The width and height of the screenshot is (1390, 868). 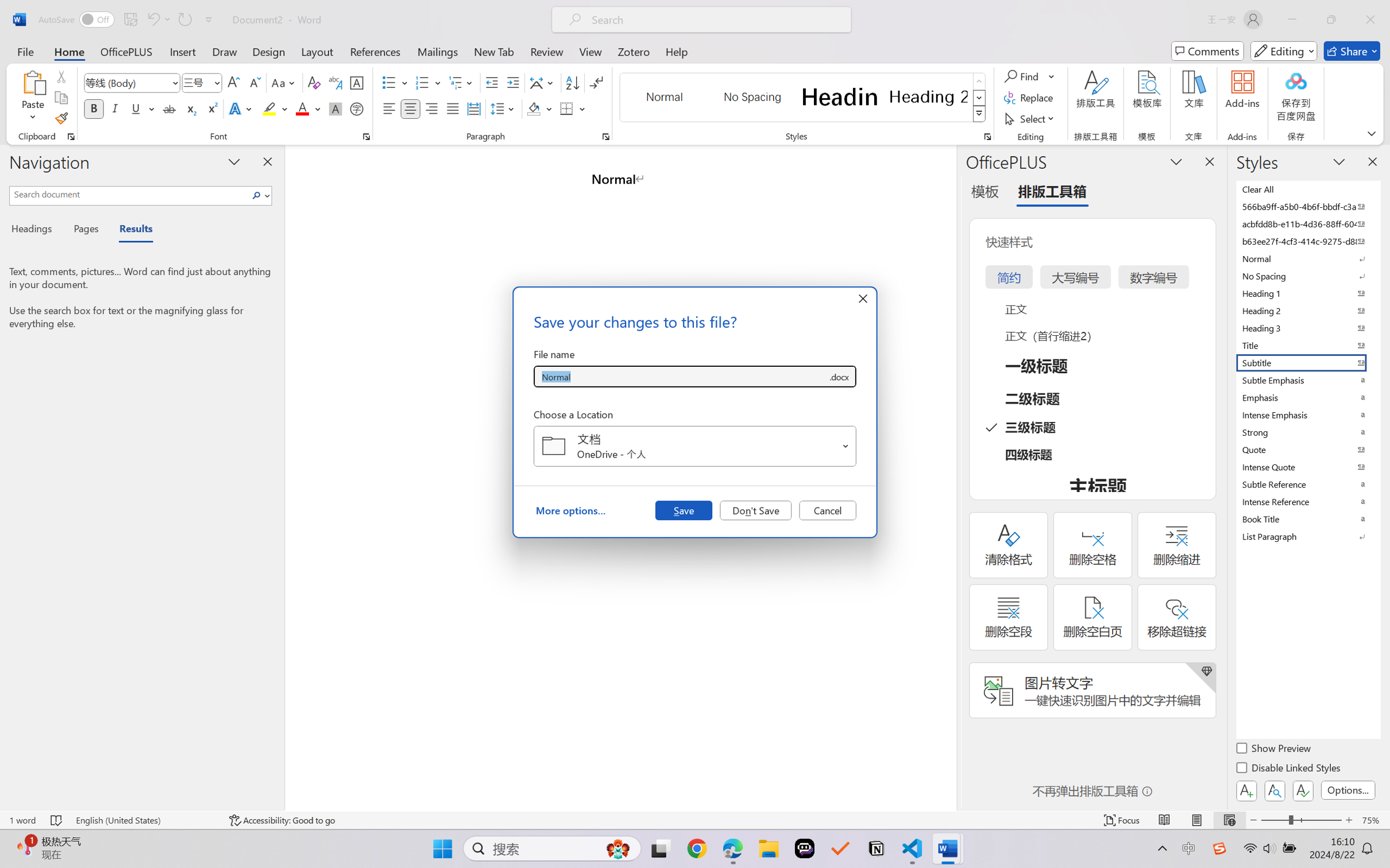 I want to click on 'Zoom In', so click(x=1349, y=820).